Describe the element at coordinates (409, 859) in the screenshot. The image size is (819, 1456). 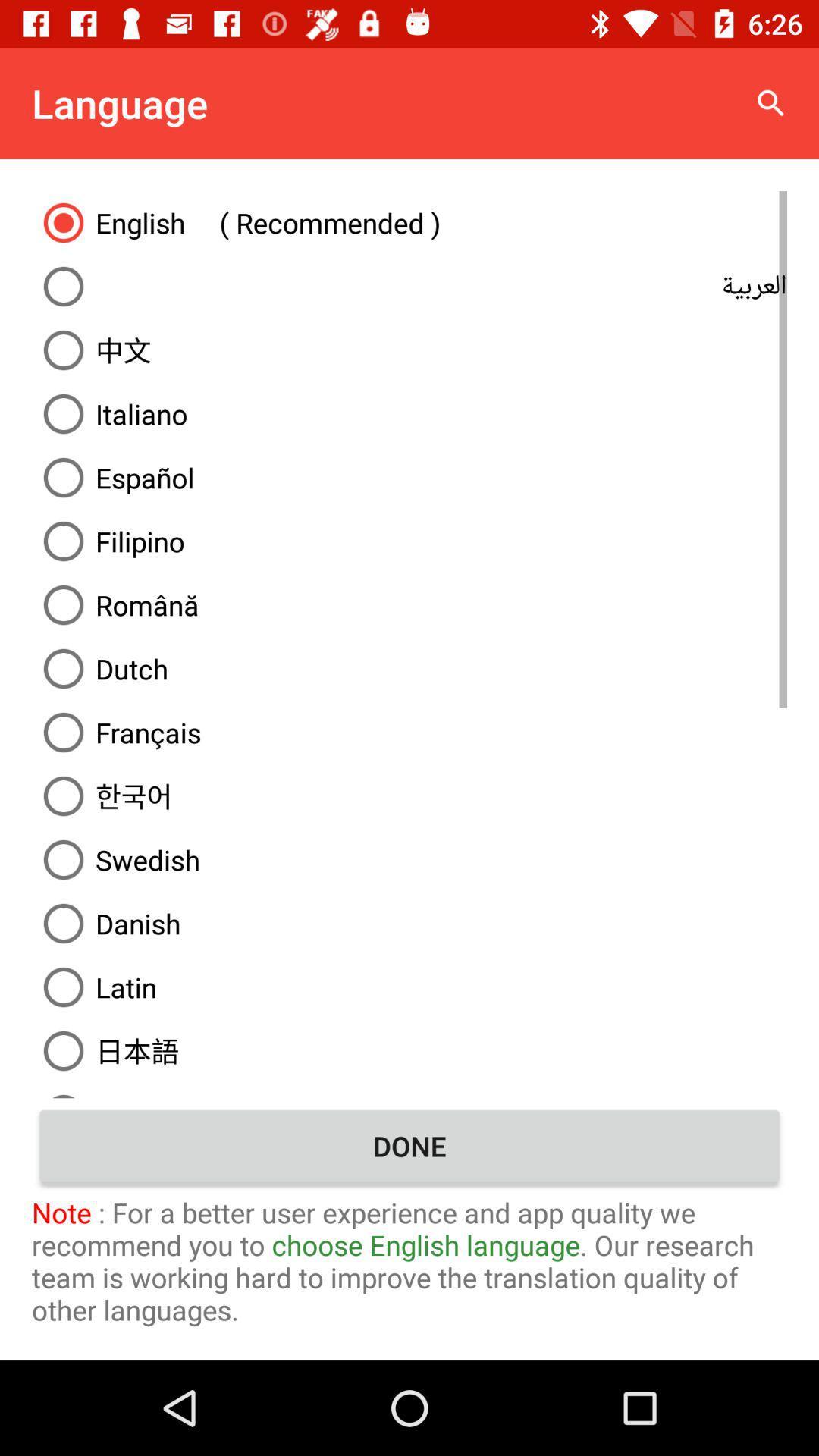
I see `the swedish item` at that location.